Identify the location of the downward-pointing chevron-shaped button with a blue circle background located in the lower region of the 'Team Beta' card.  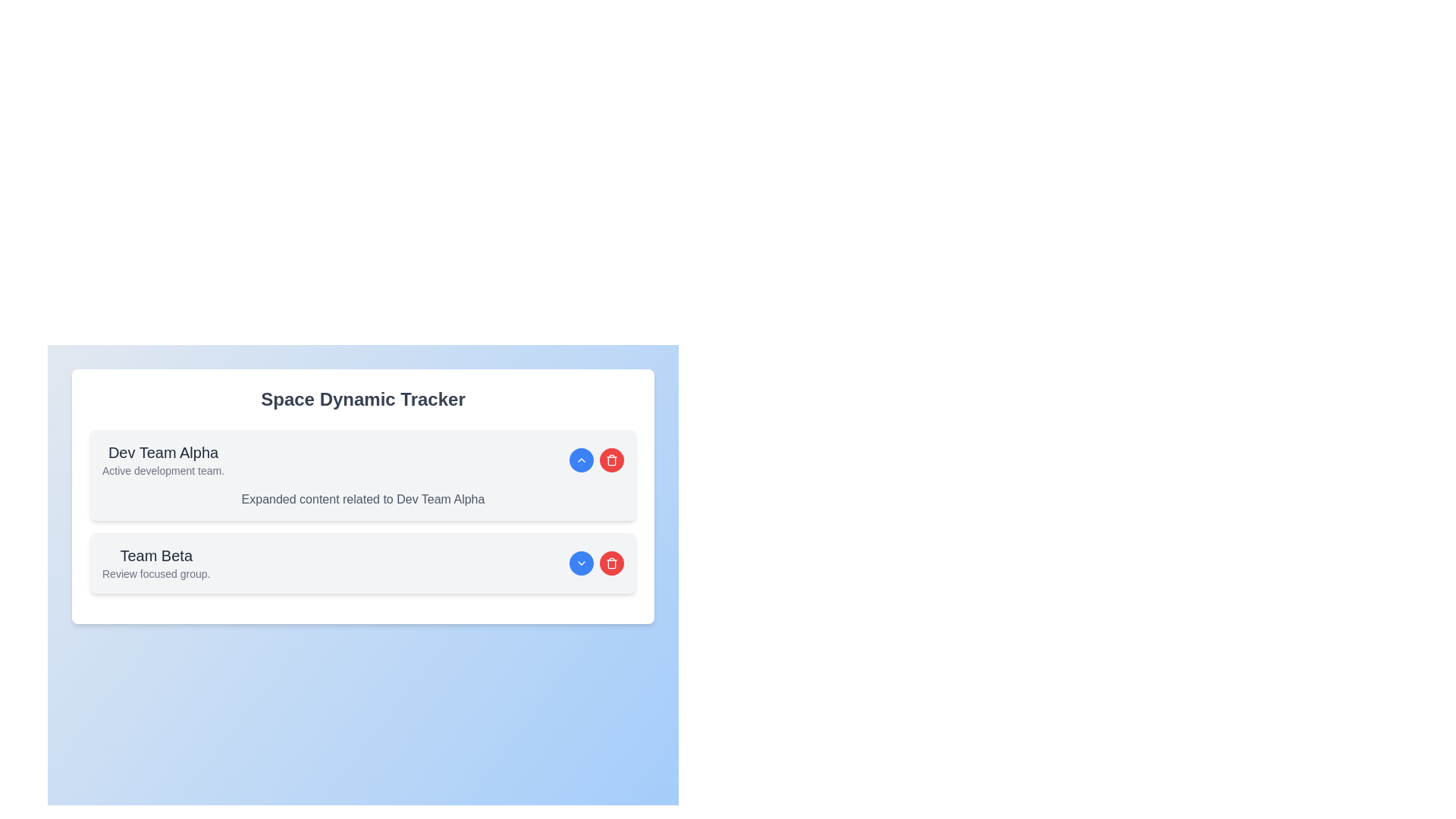
(581, 563).